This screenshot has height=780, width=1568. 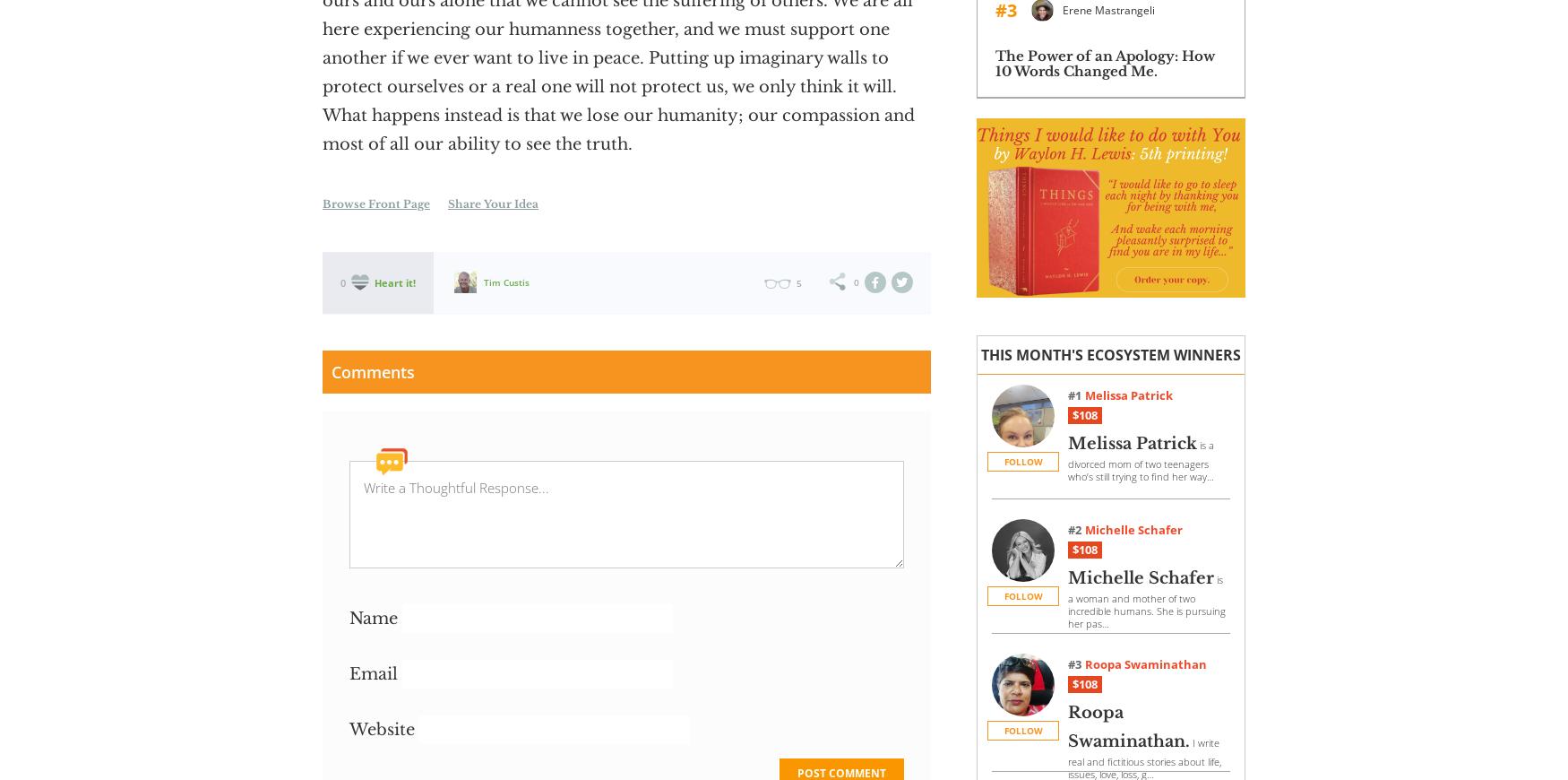 What do you see at coordinates (381, 729) in the screenshot?
I see `'Website'` at bounding box center [381, 729].